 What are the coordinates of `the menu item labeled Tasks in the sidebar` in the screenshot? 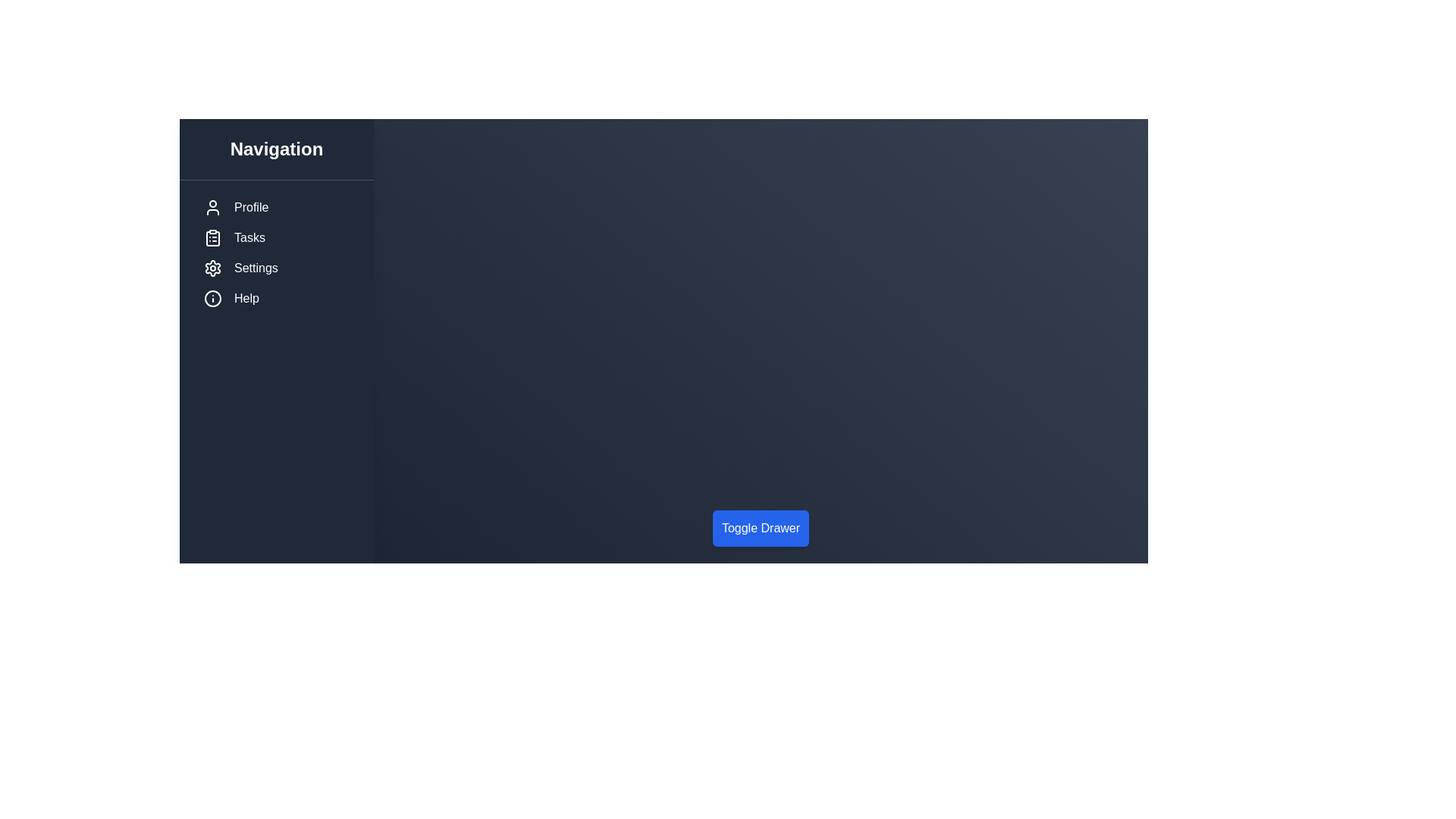 It's located at (276, 237).